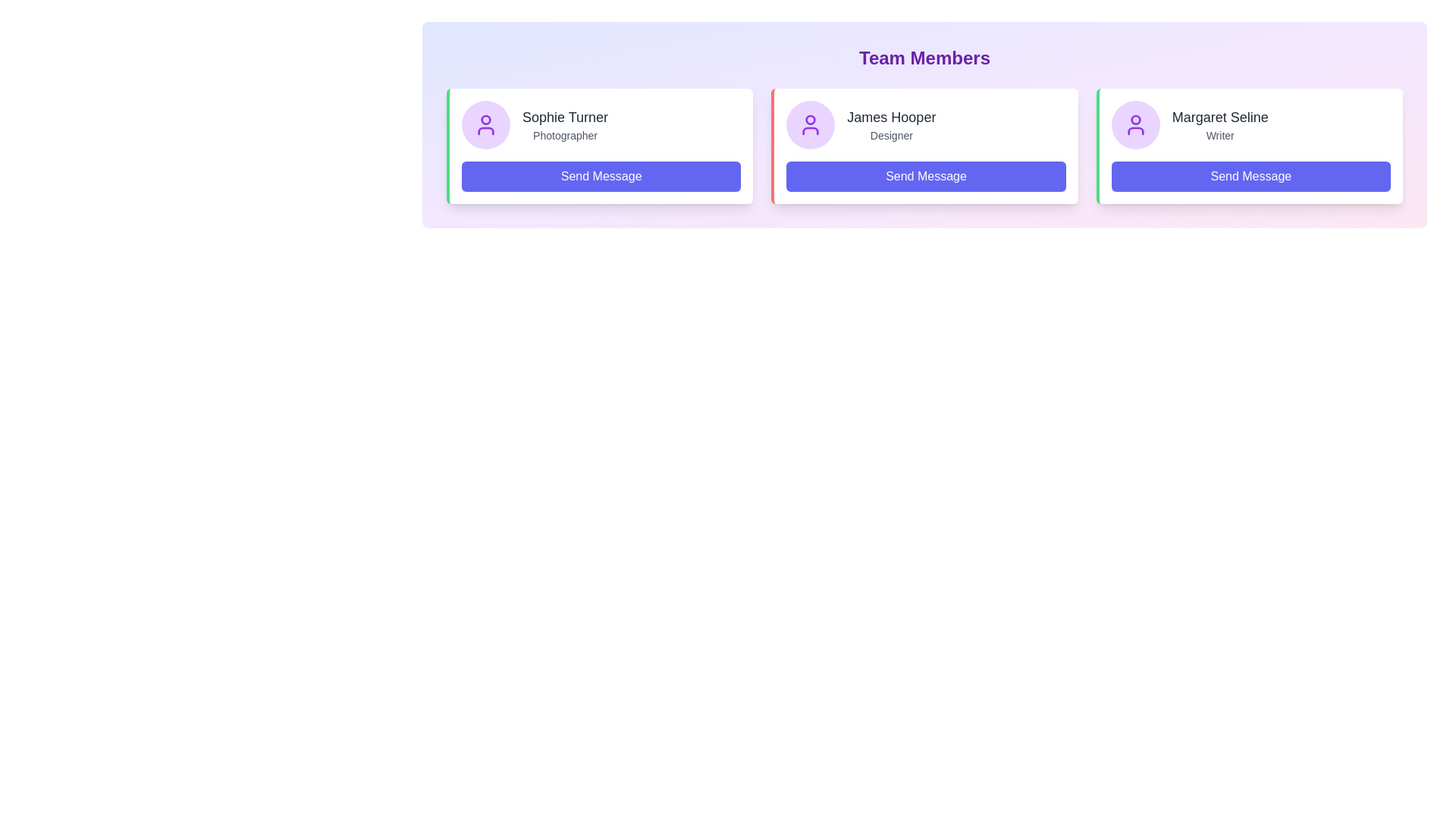 This screenshot has height=819, width=1456. I want to click on the small graphic circle within the user icon for team member Margaret Seline on her card in the member list, so click(1135, 119).